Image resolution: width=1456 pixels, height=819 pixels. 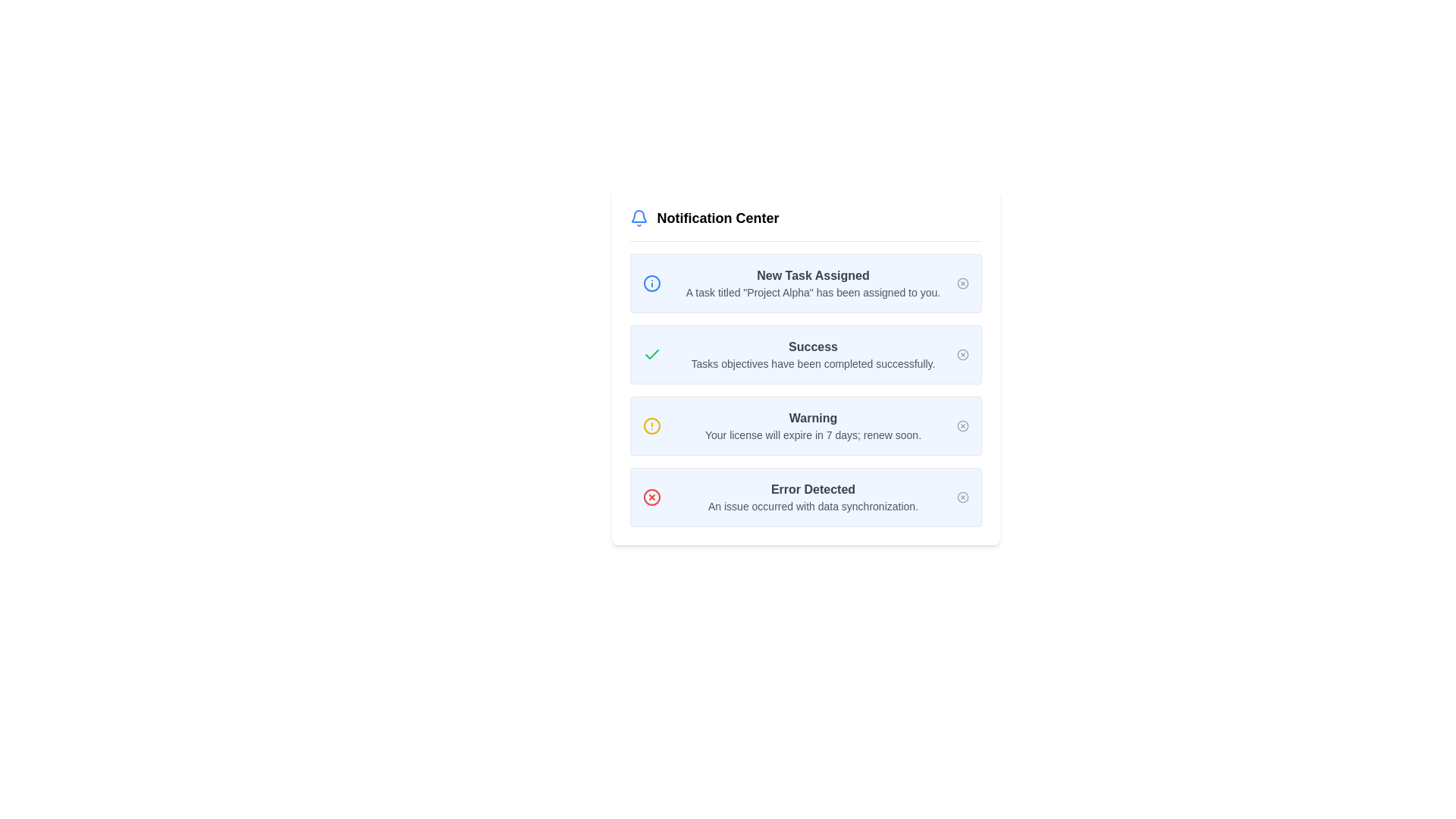 What do you see at coordinates (812, 363) in the screenshot?
I see `the static informational text that states 'Tasks objectives have been completed successfully.' located below the 'Success' text in the notification card` at bounding box center [812, 363].